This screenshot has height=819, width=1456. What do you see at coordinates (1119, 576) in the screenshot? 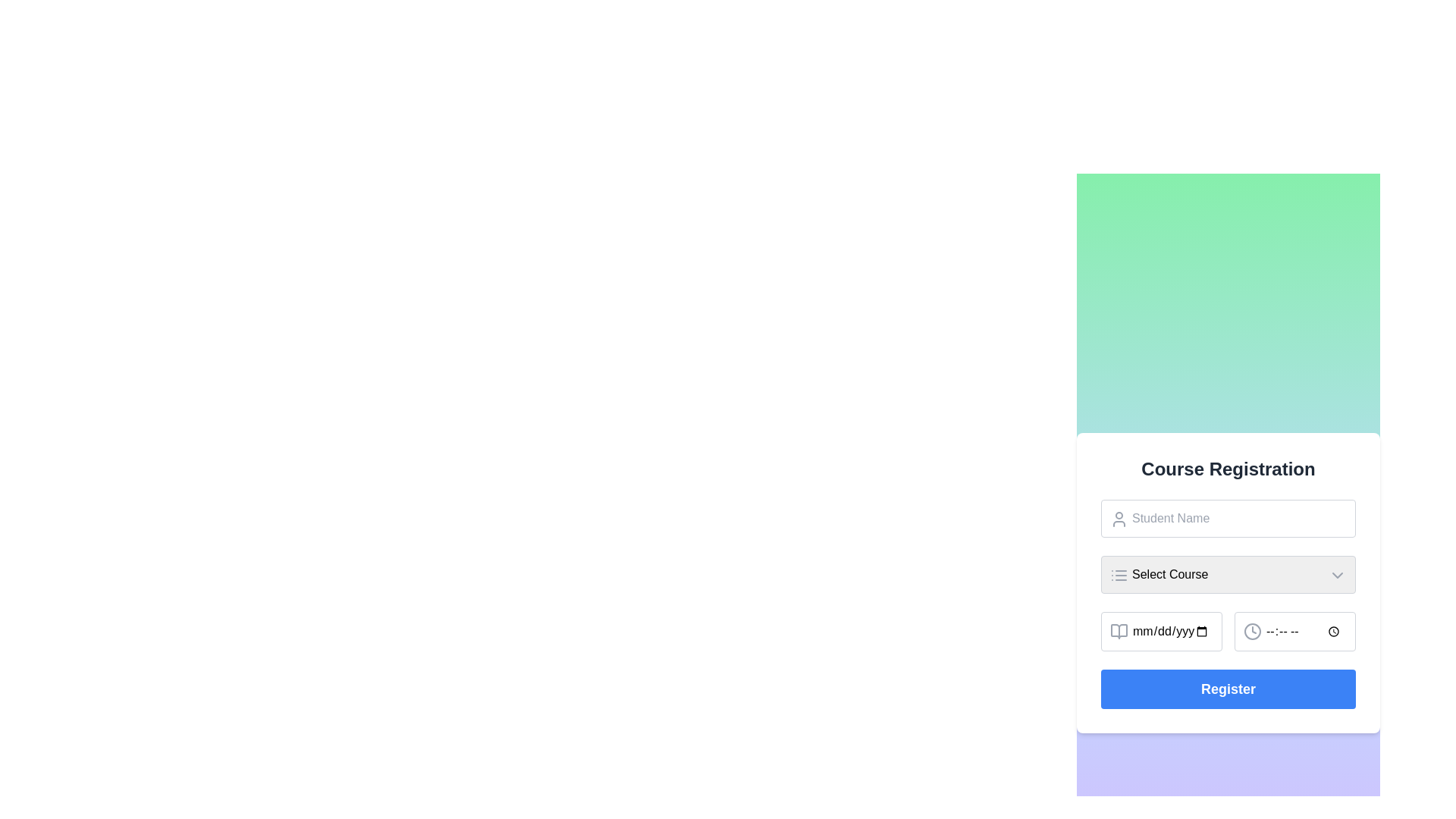
I see `the compact icon styled as three horizontal lines stacked vertically, located on the left side of the 'Select Course' dropdown within the 'Course Registration' form` at bounding box center [1119, 576].